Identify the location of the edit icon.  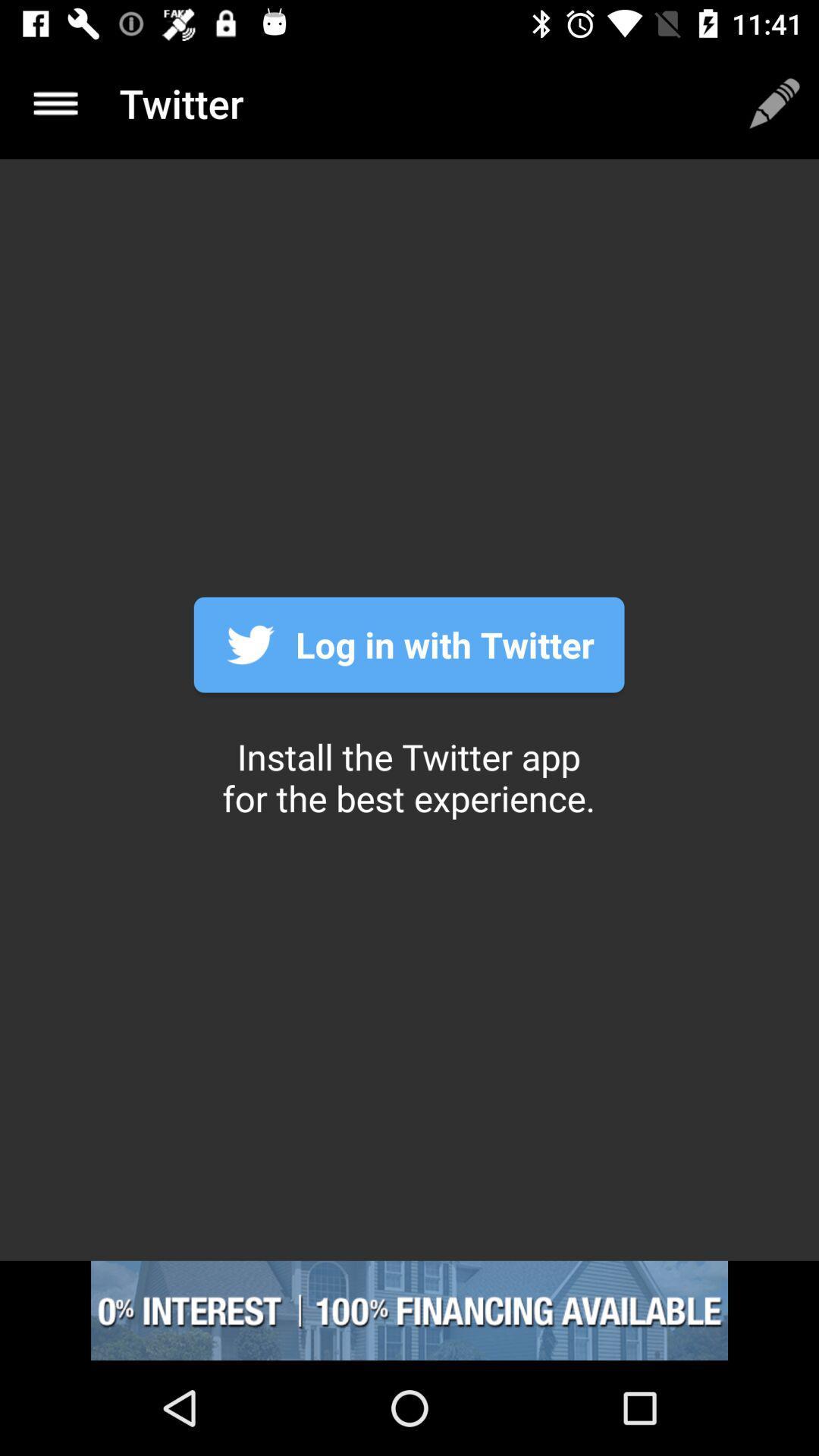
(774, 102).